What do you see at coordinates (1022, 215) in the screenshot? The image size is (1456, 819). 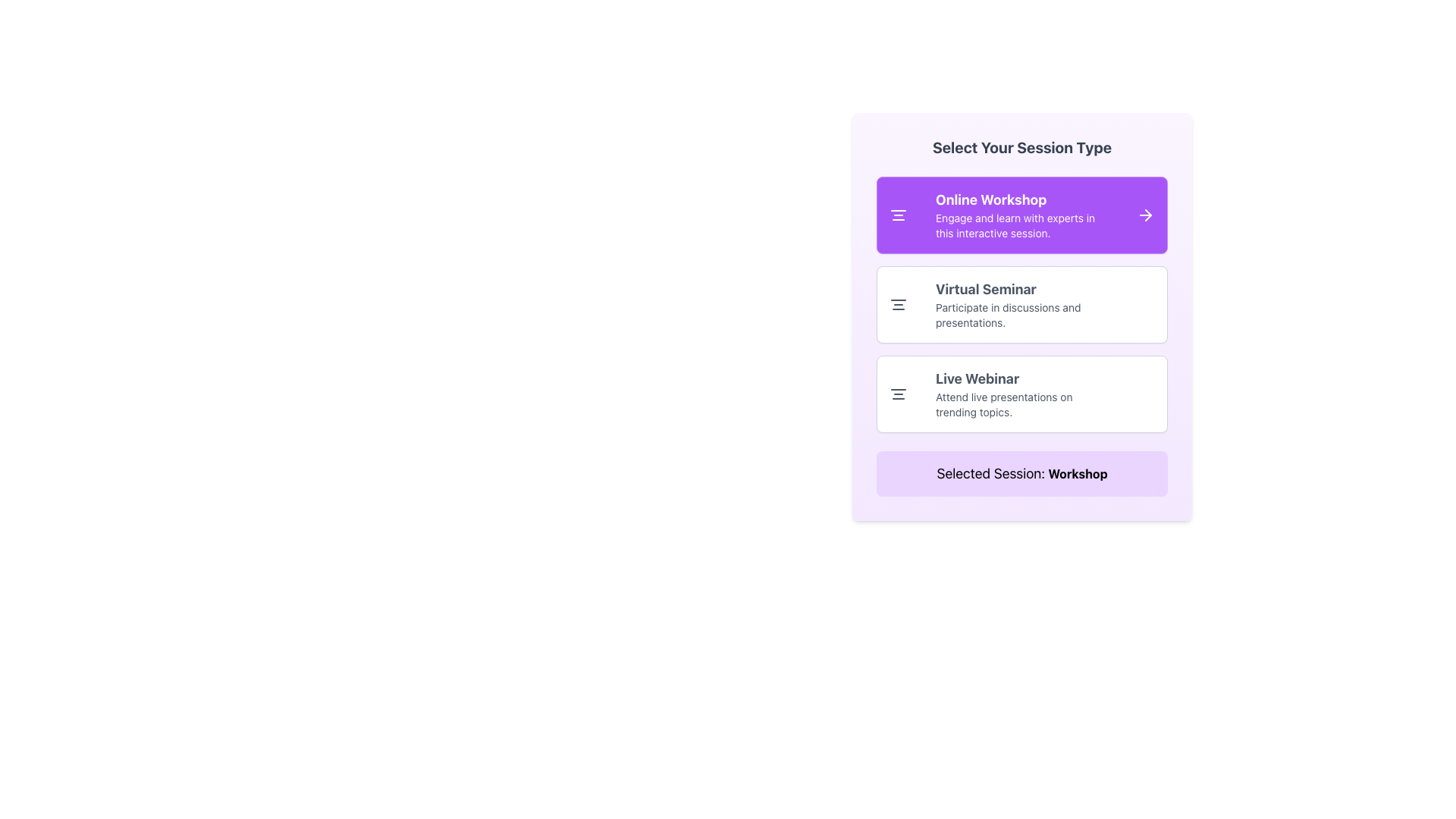 I see `the first button in the vertical list of session type selectors` at bounding box center [1022, 215].